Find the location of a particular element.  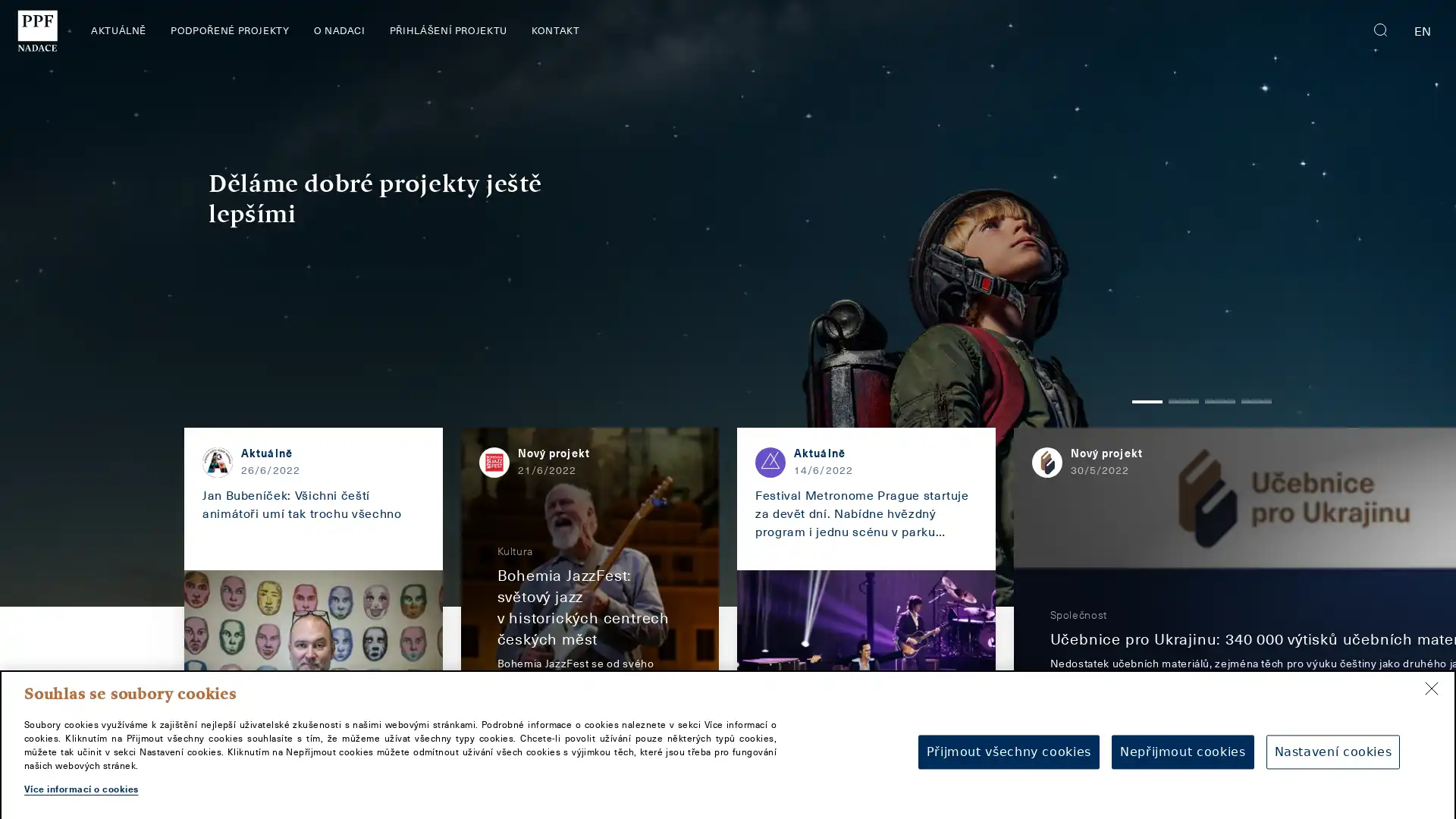

Zavrit is located at coordinates (1430, 678).